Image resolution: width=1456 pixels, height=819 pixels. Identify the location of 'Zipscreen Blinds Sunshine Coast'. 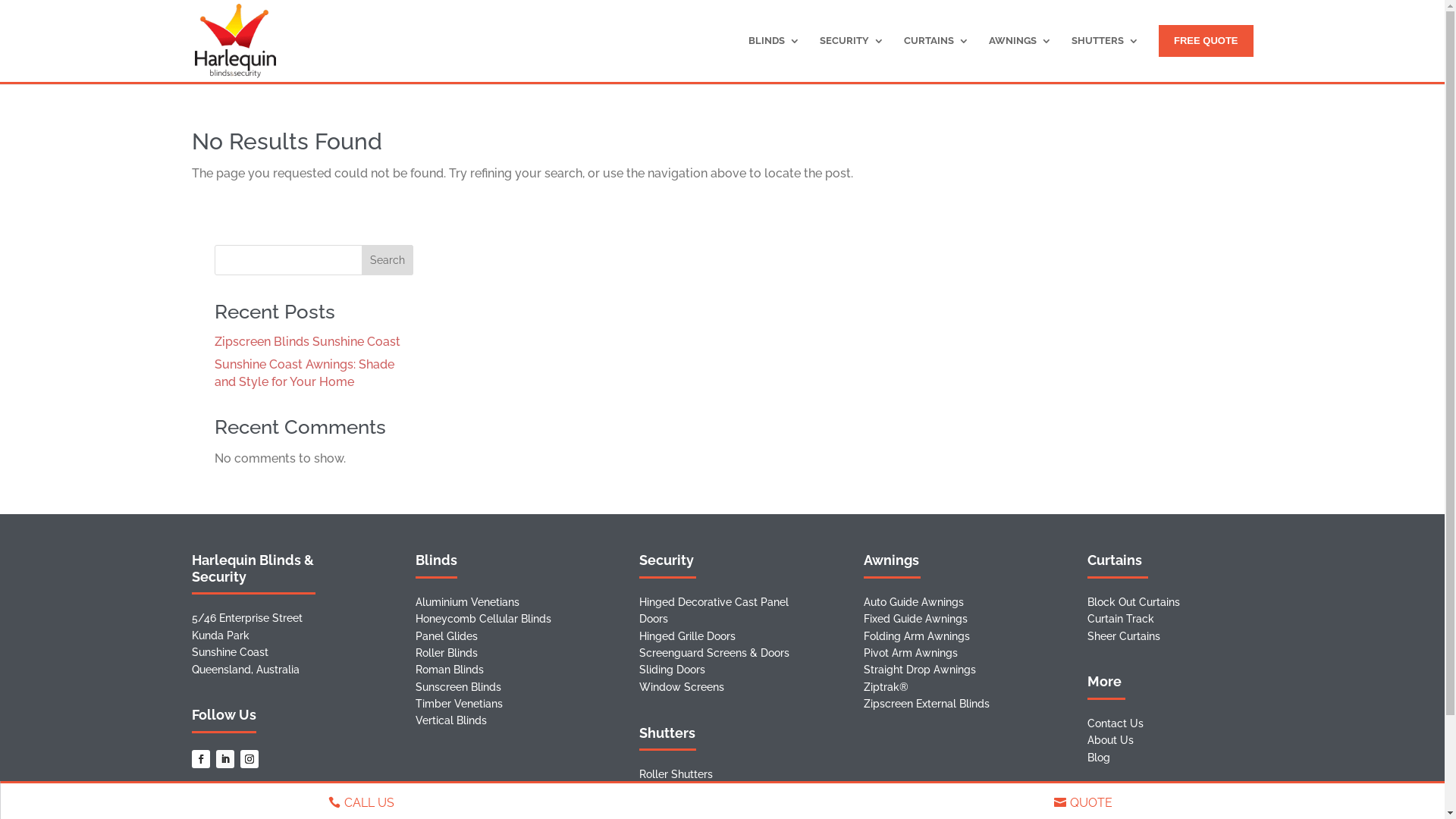
(306, 341).